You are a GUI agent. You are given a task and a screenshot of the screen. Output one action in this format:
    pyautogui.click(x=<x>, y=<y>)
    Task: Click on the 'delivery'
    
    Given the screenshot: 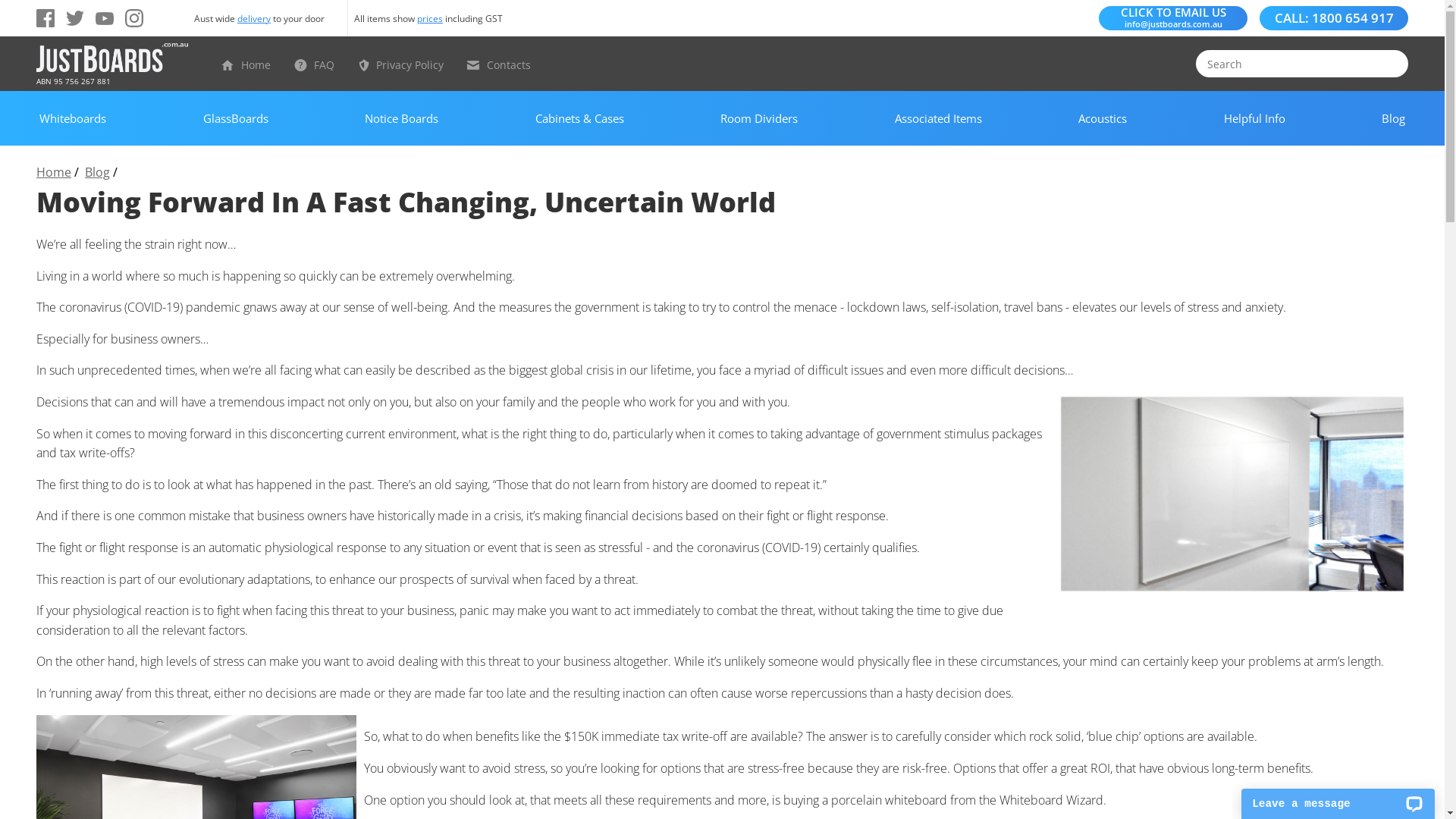 What is the action you would take?
    pyautogui.click(x=236, y=18)
    